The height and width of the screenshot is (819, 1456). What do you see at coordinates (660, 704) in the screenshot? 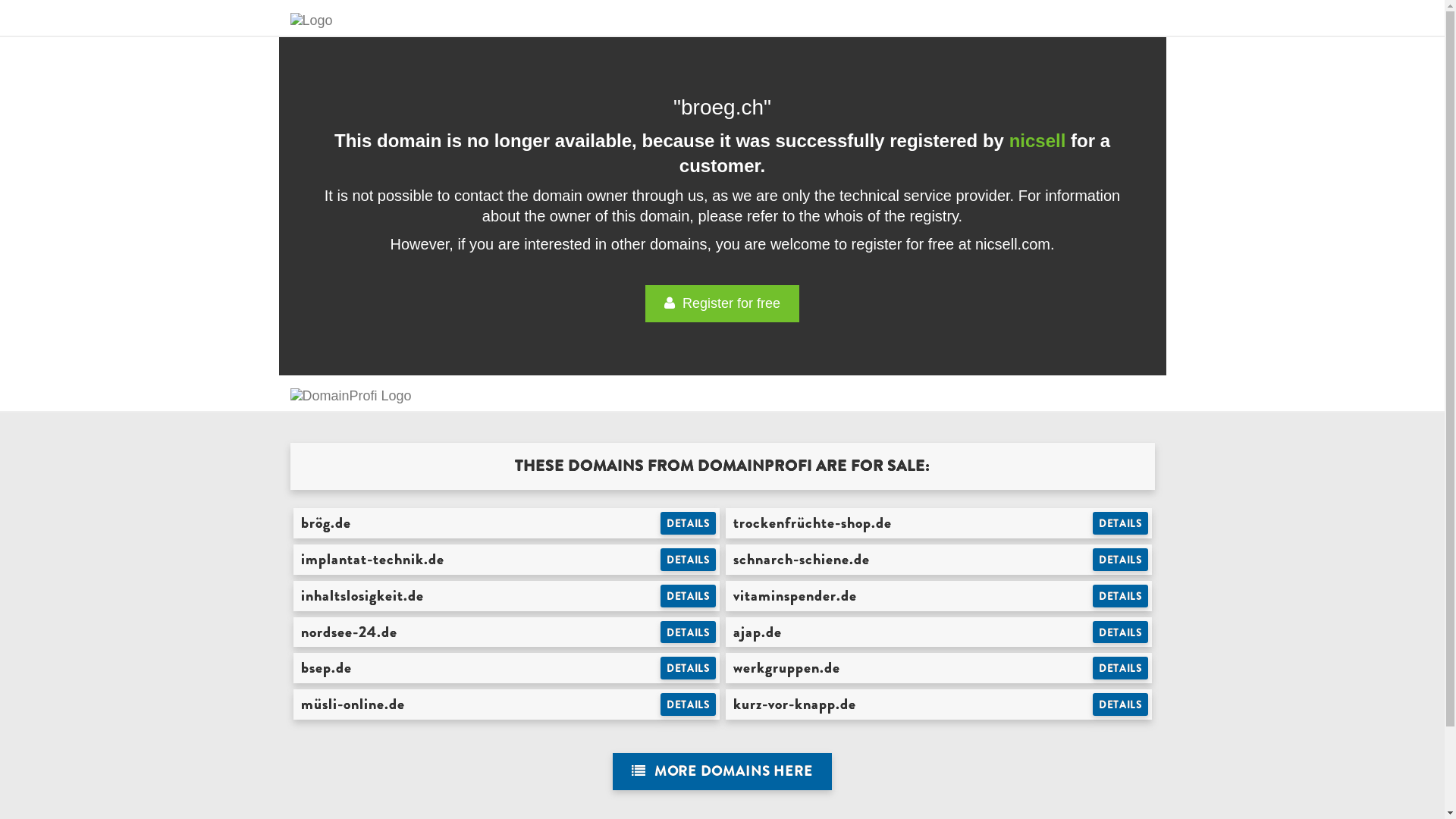
I see `'DETAILS'` at bounding box center [660, 704].